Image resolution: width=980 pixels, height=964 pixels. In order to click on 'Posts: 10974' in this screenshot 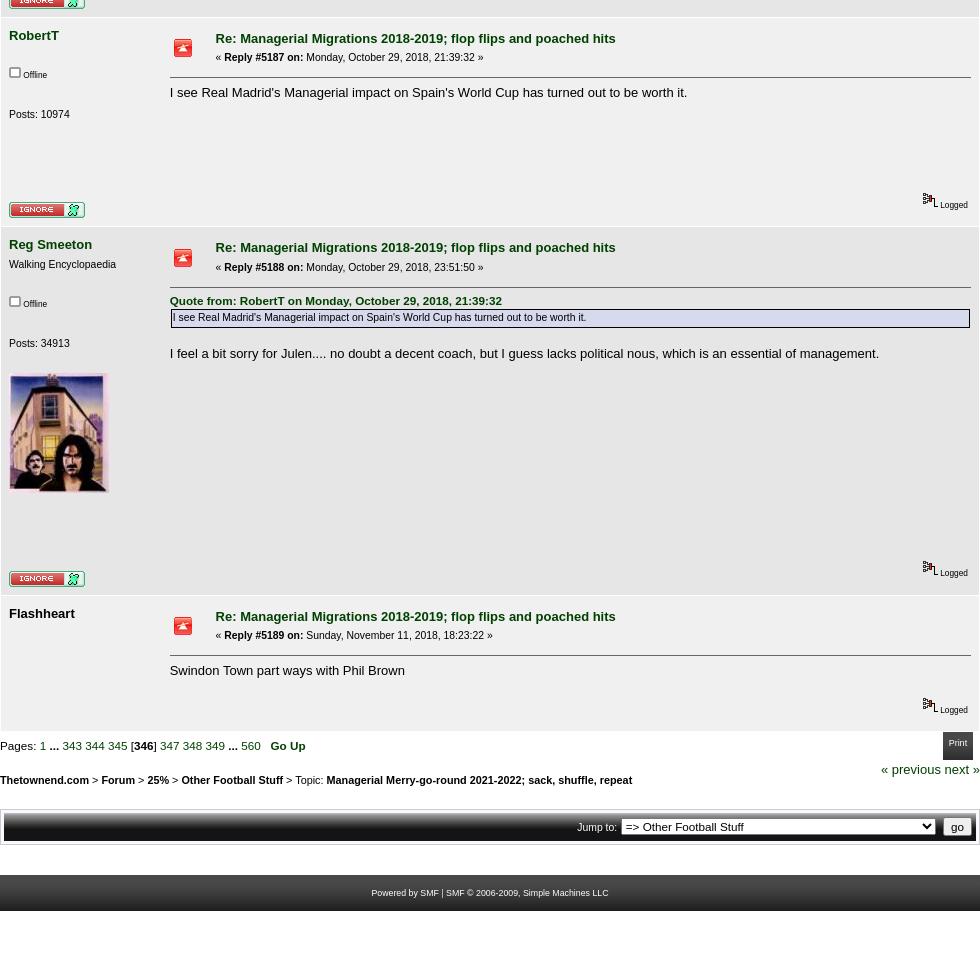, I will do `click(39, 112)`.